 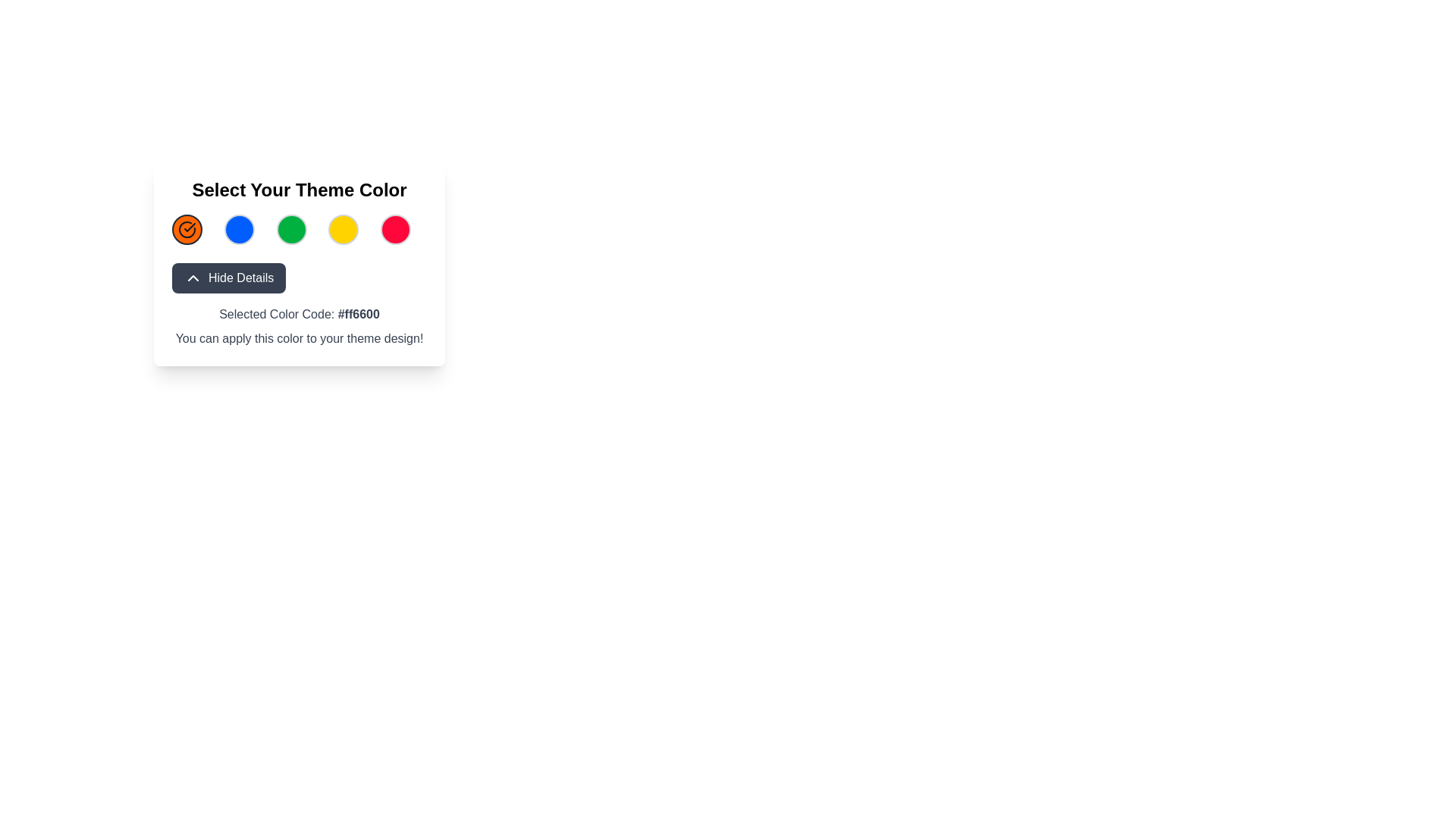 I want to click on the fifth selectable icon in the color palette, so click(x=396, y=230).